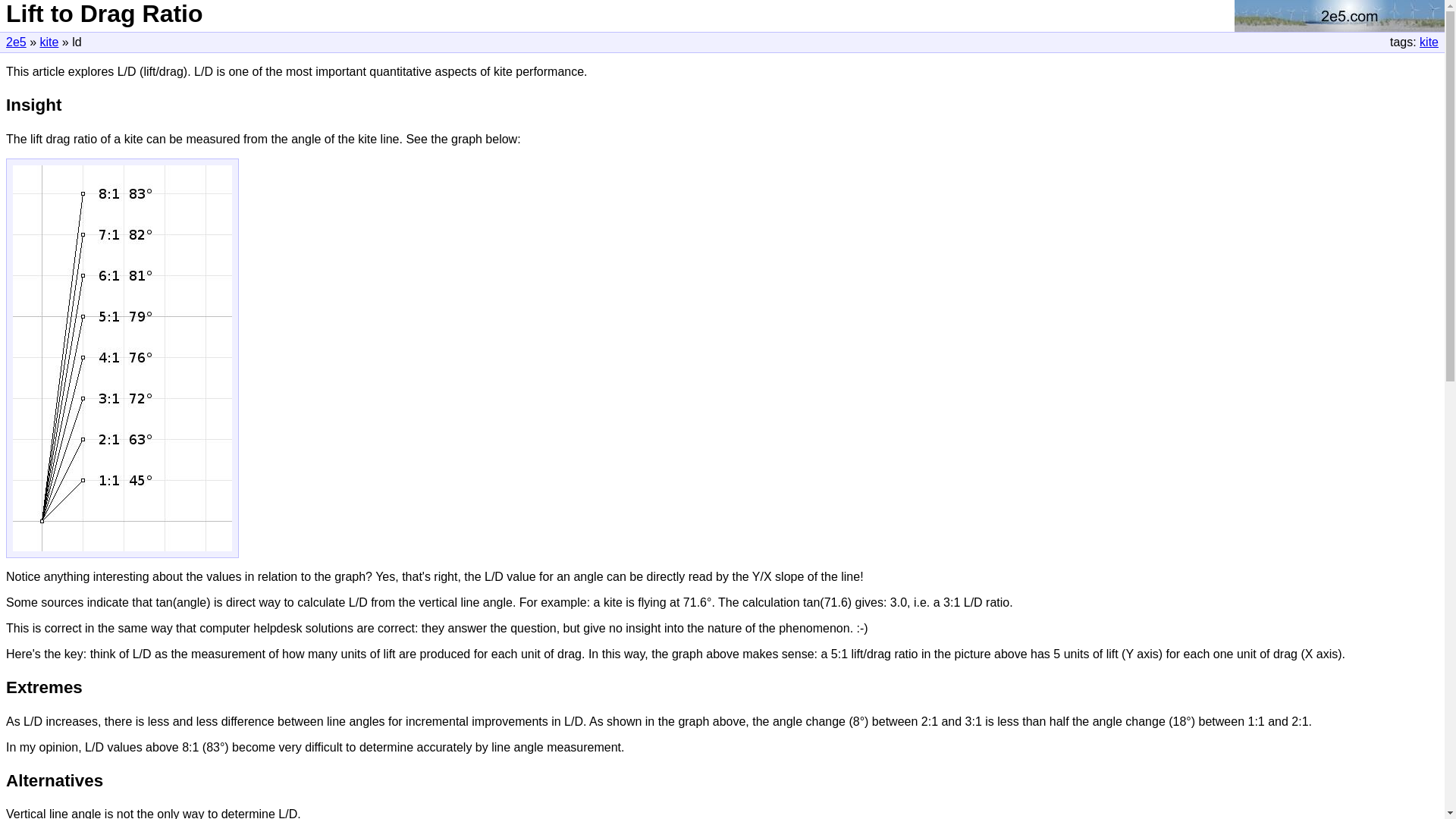 This screenshot has width=1456, height=819. What do you see at coordinates (1428, 41) in the screenshot?
I see `'kite'` at bounding box center [1428, 41].